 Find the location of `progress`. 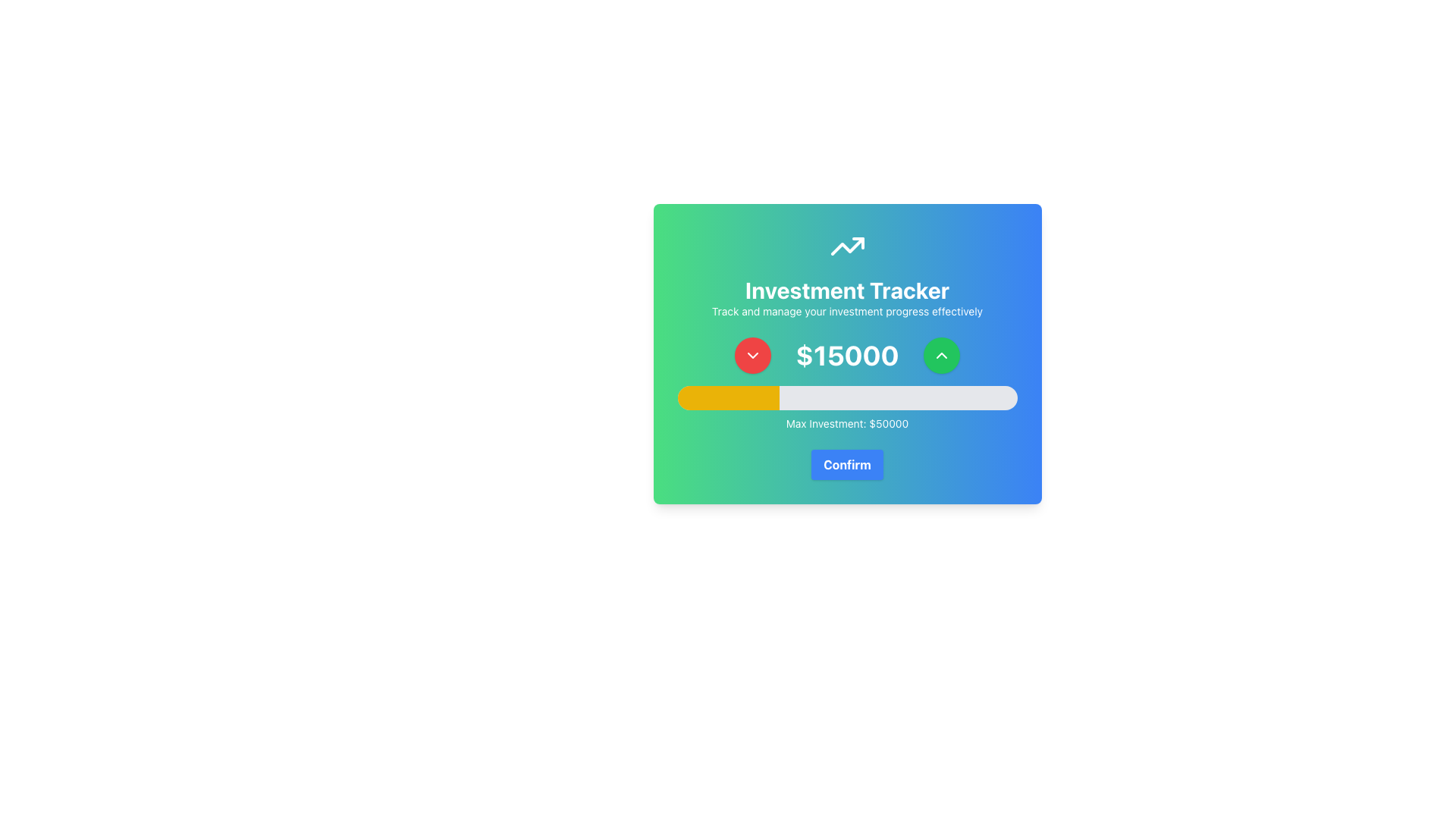

progress is located at coordinates (823, 397).